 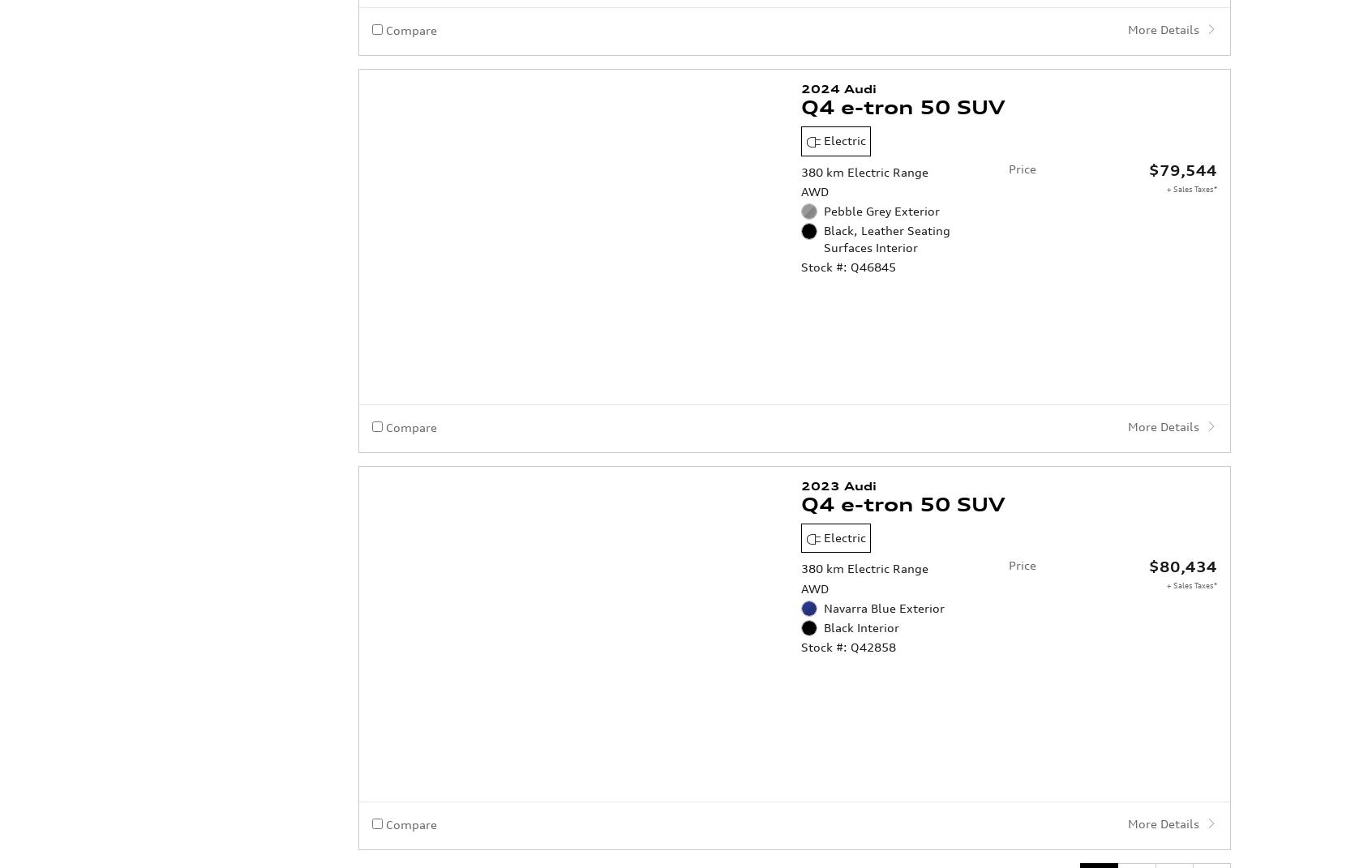 What do you see at coordinates (884, 477) in the screenshot?
I see `'Navarra Blue Exterior'` at bounding box center [884, 477].